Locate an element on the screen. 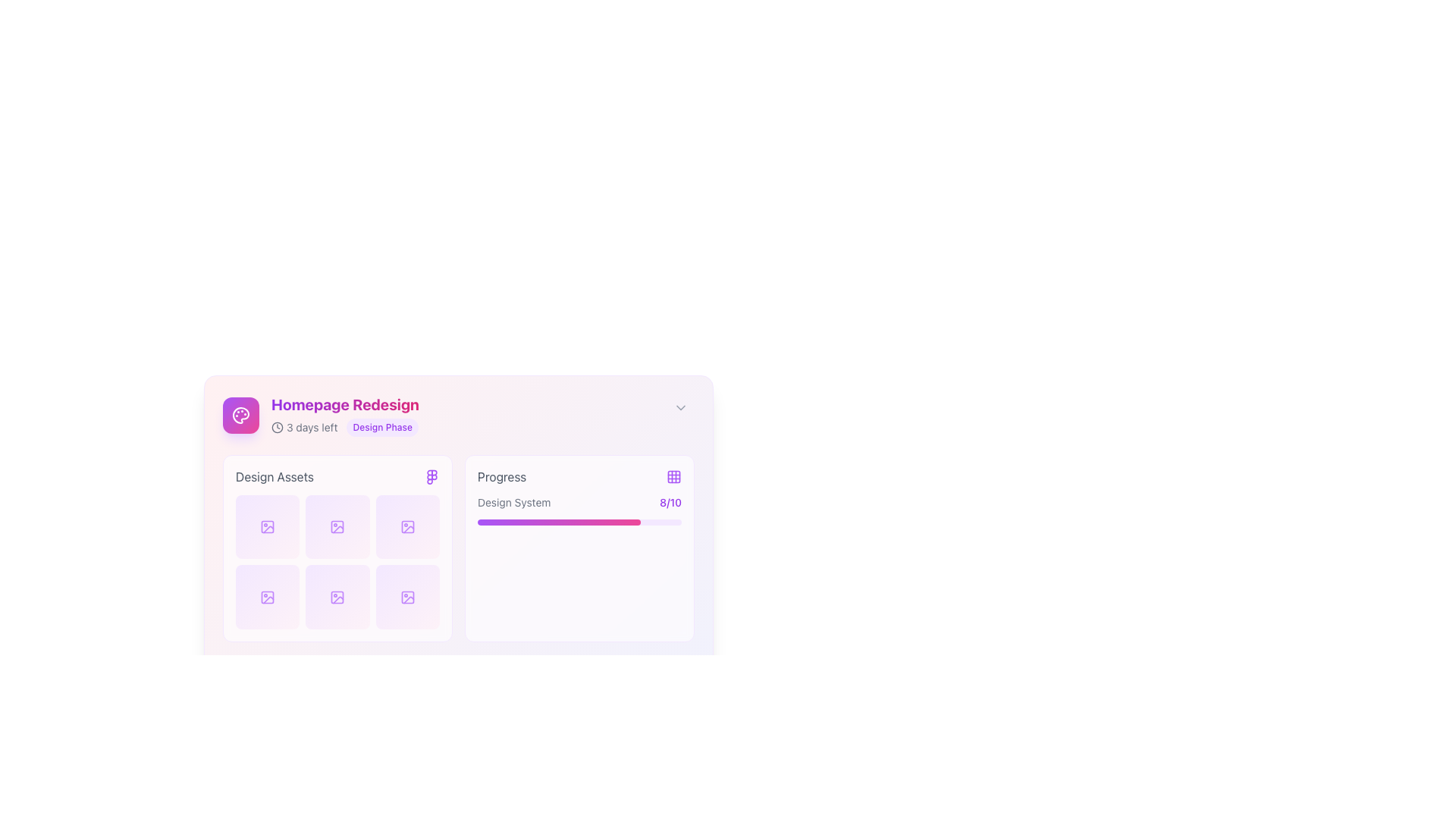  the image icon located in the lower-middle square of the 'Design Assets' grid is located at coordinates (337, 596).